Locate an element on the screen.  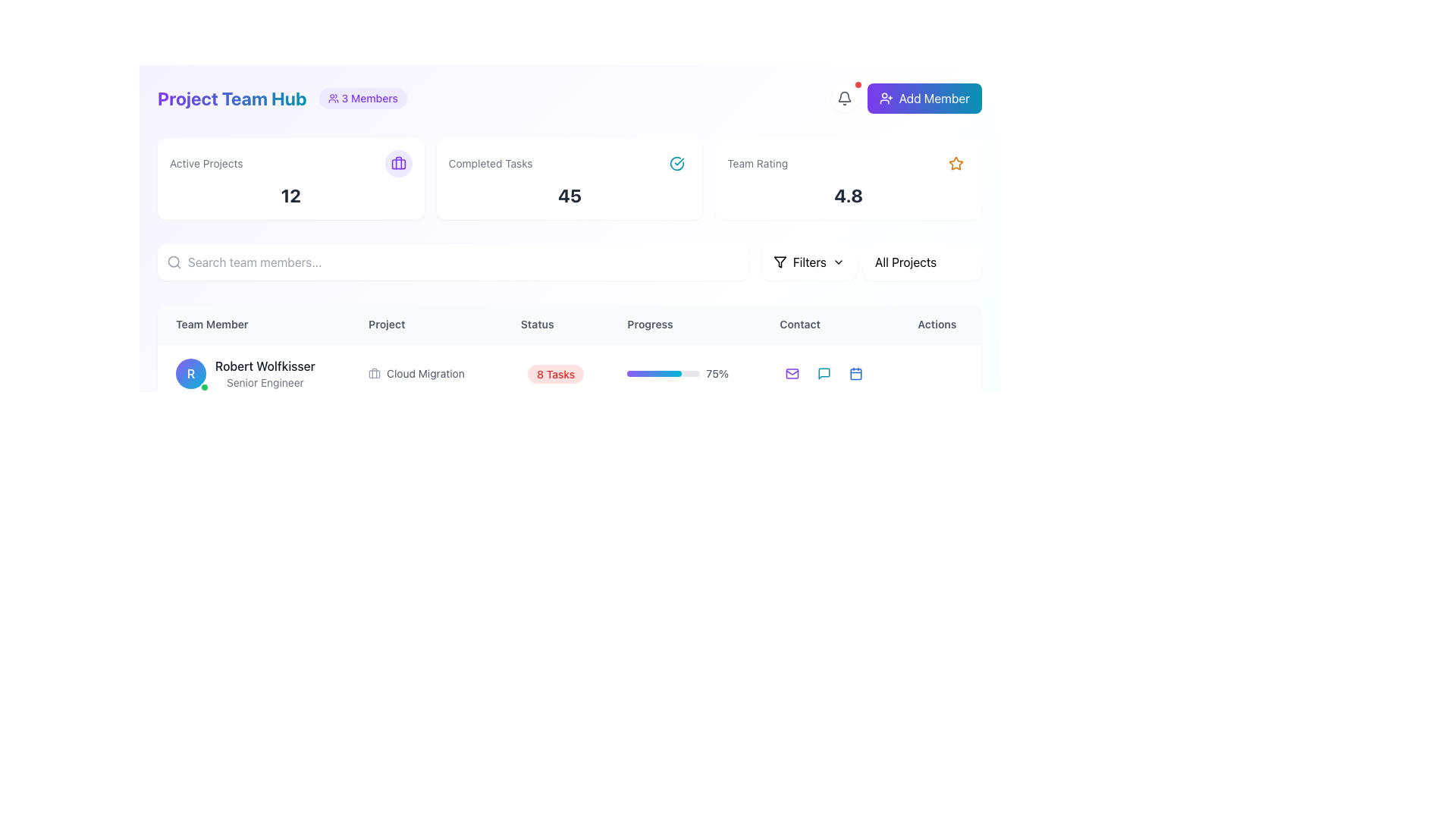
the bold header text displaying 'Project Team Hub' is located at coordinates (231, 99).